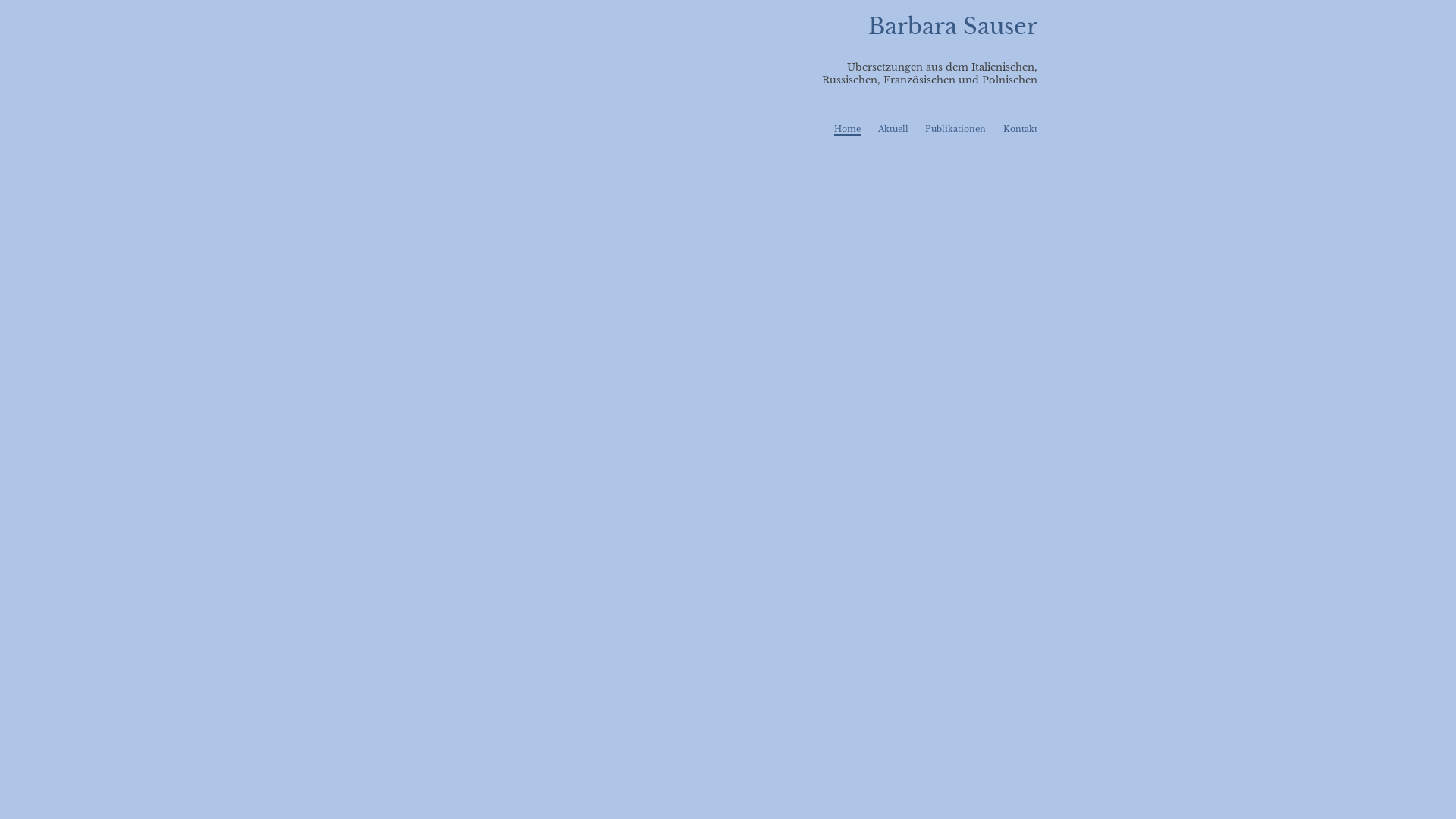 Image resolution: width=1456 pixels, height=819 pixels. I want to click on 'Aktuell', so click(893, 127).